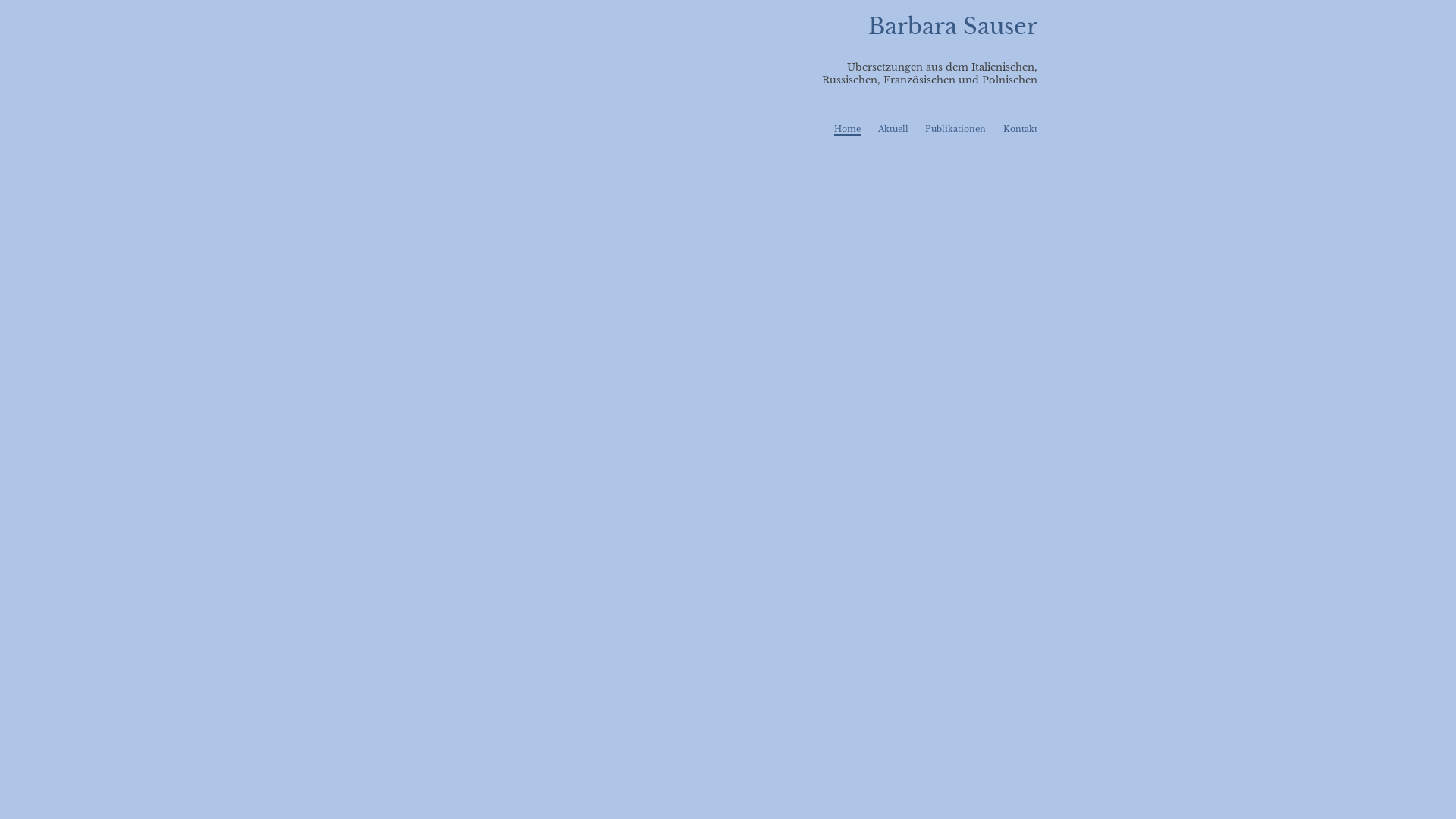 Image resolution: width=1456 pixels, height=819 pixels. I want to click on 'Aktuell', so click(893, 127).